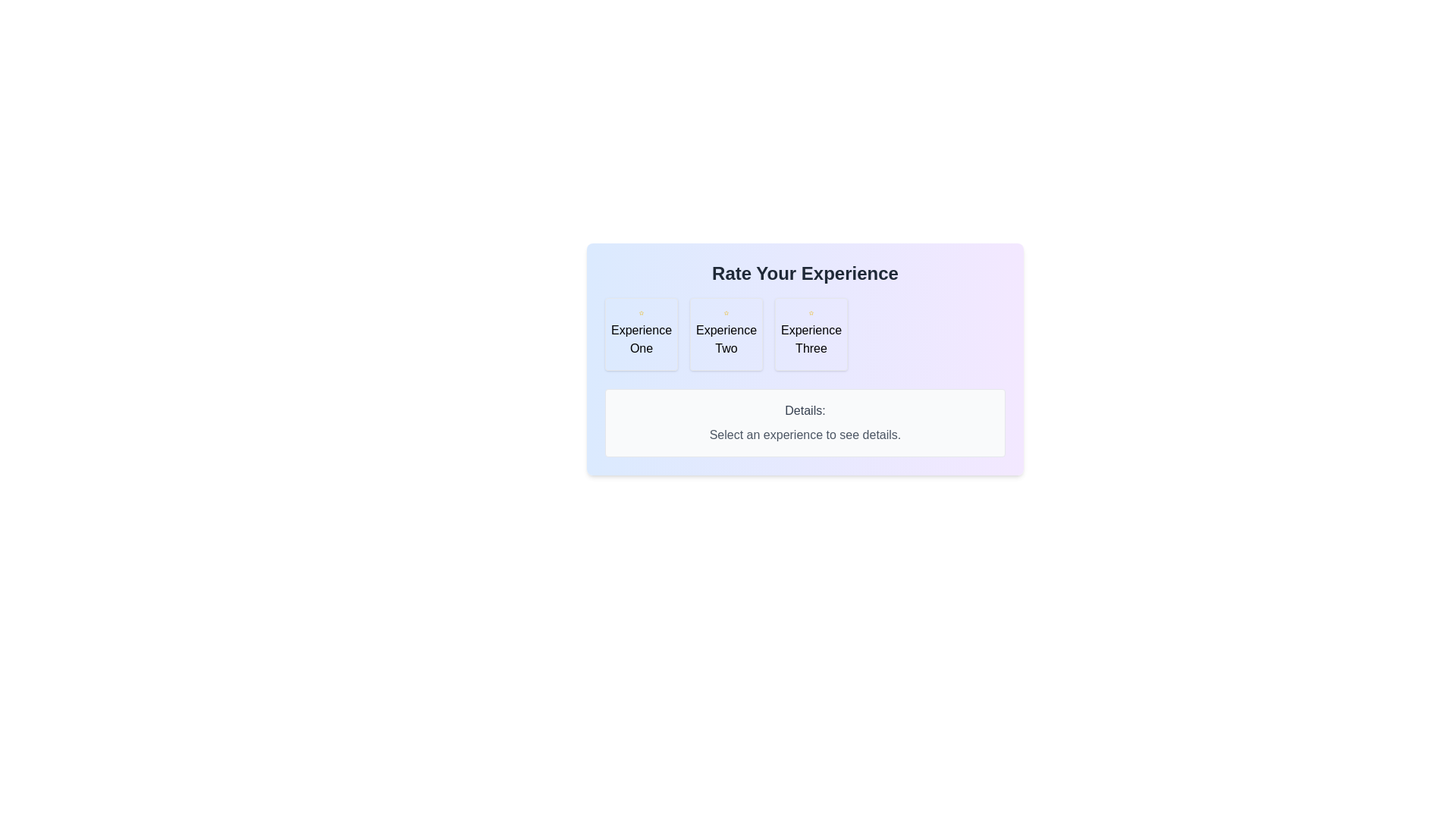 The height and width of the screenshot is (819, 1456). What do you see at coordinates (811, 333) in the screenshot?
I see `the selectable card element labeled 'Experience Three', which is the third card in a group of three, featuring a yellow star icon and a light background` at bounding box center [811, 333].